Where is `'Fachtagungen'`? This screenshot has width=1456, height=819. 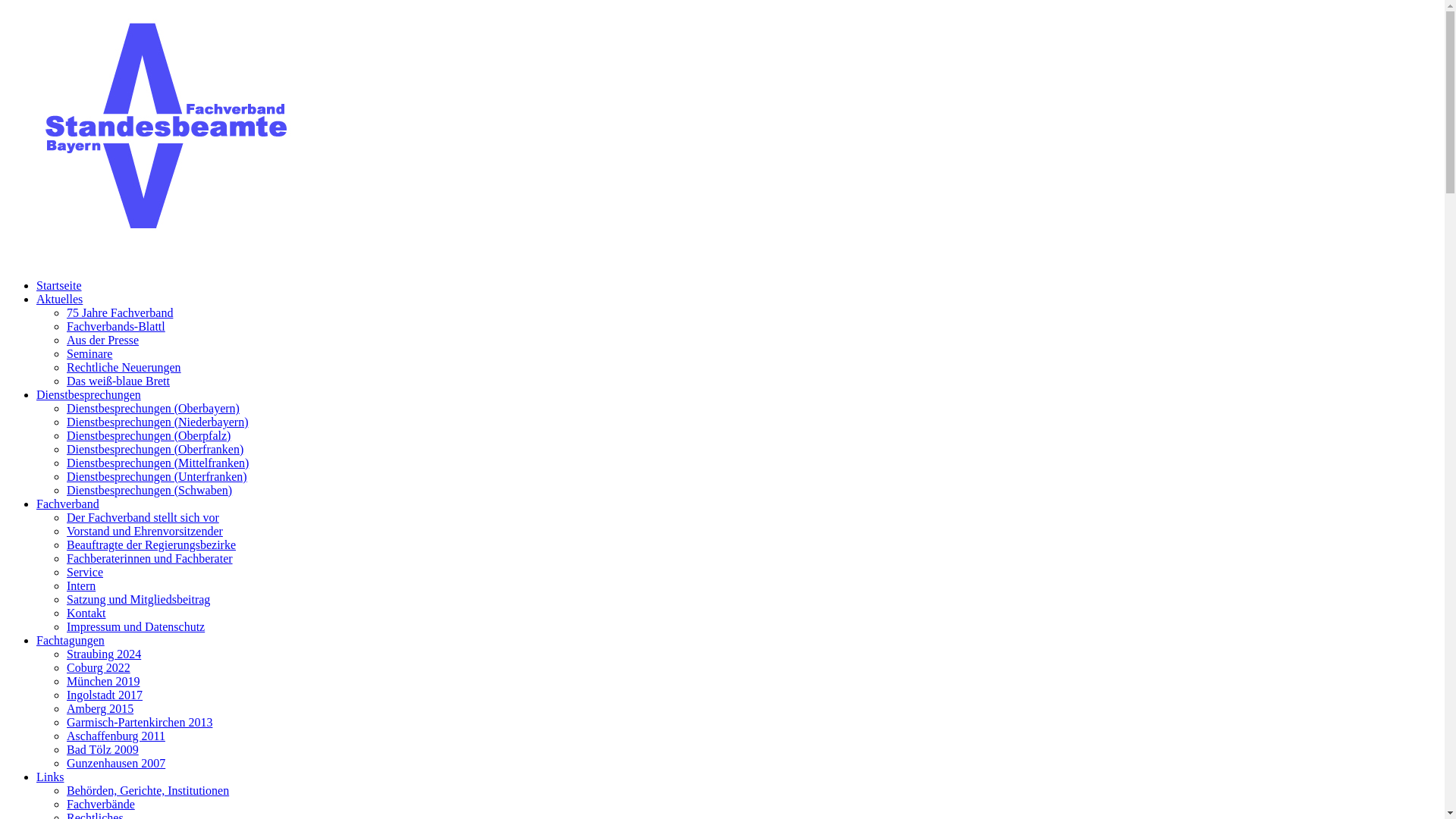 'Fachtagungen' is located at coordinates (69, 640).